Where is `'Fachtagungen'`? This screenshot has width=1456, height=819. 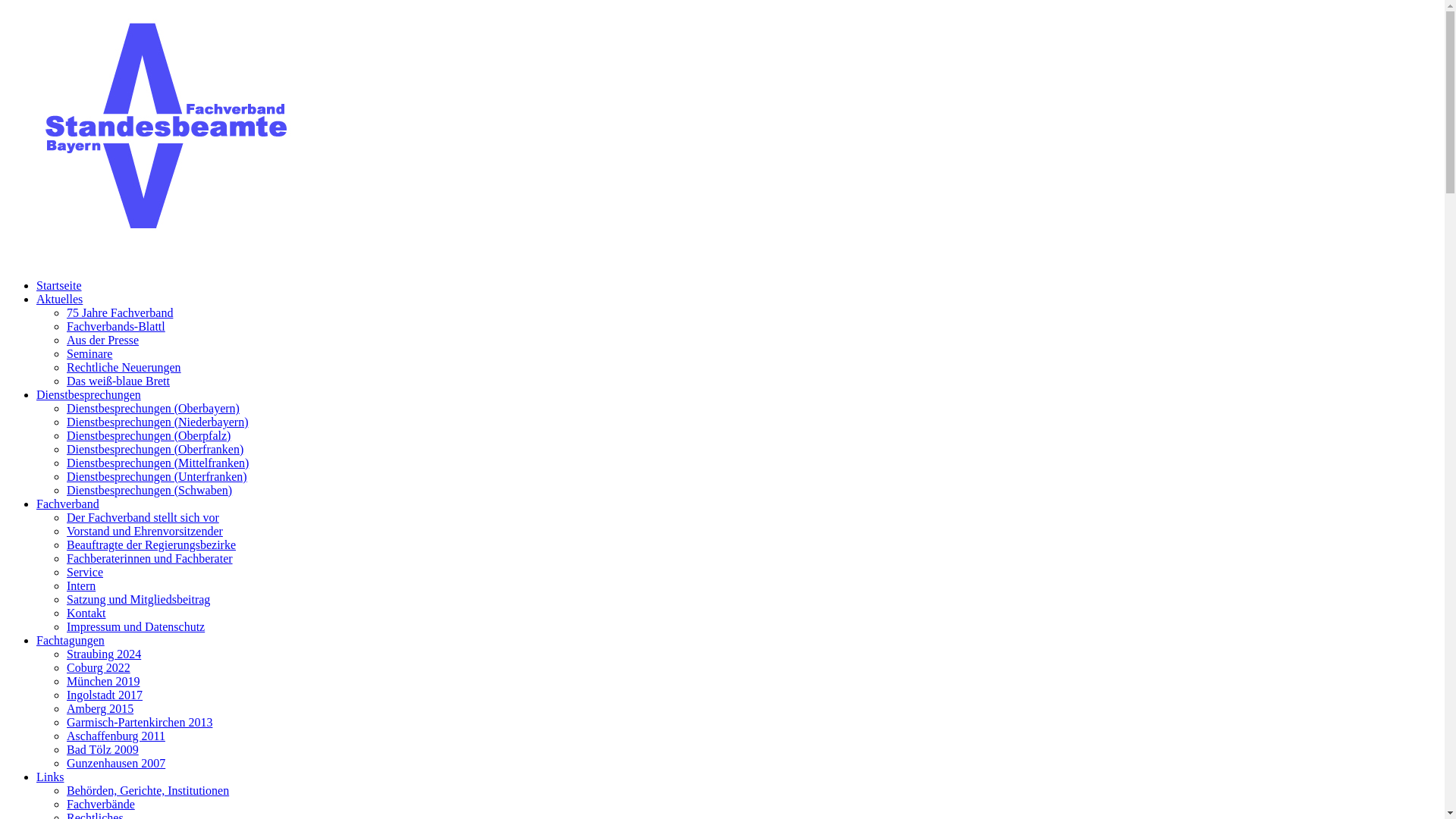 'Fachtagungen' is located at coordinates (69, 640).